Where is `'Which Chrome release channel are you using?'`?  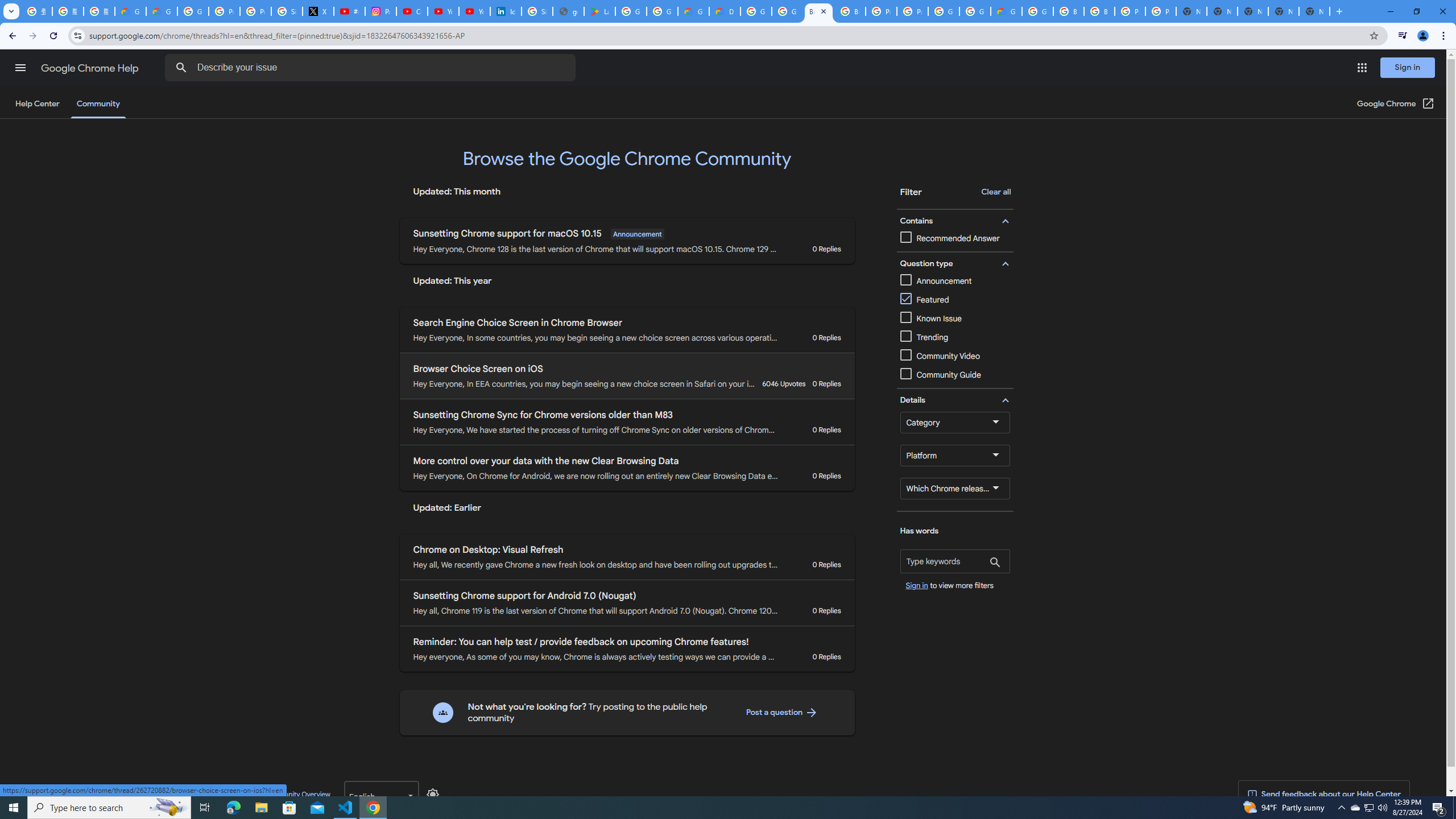 'Which Chrome release channel are you using?' is located at coordinates (955, 487).